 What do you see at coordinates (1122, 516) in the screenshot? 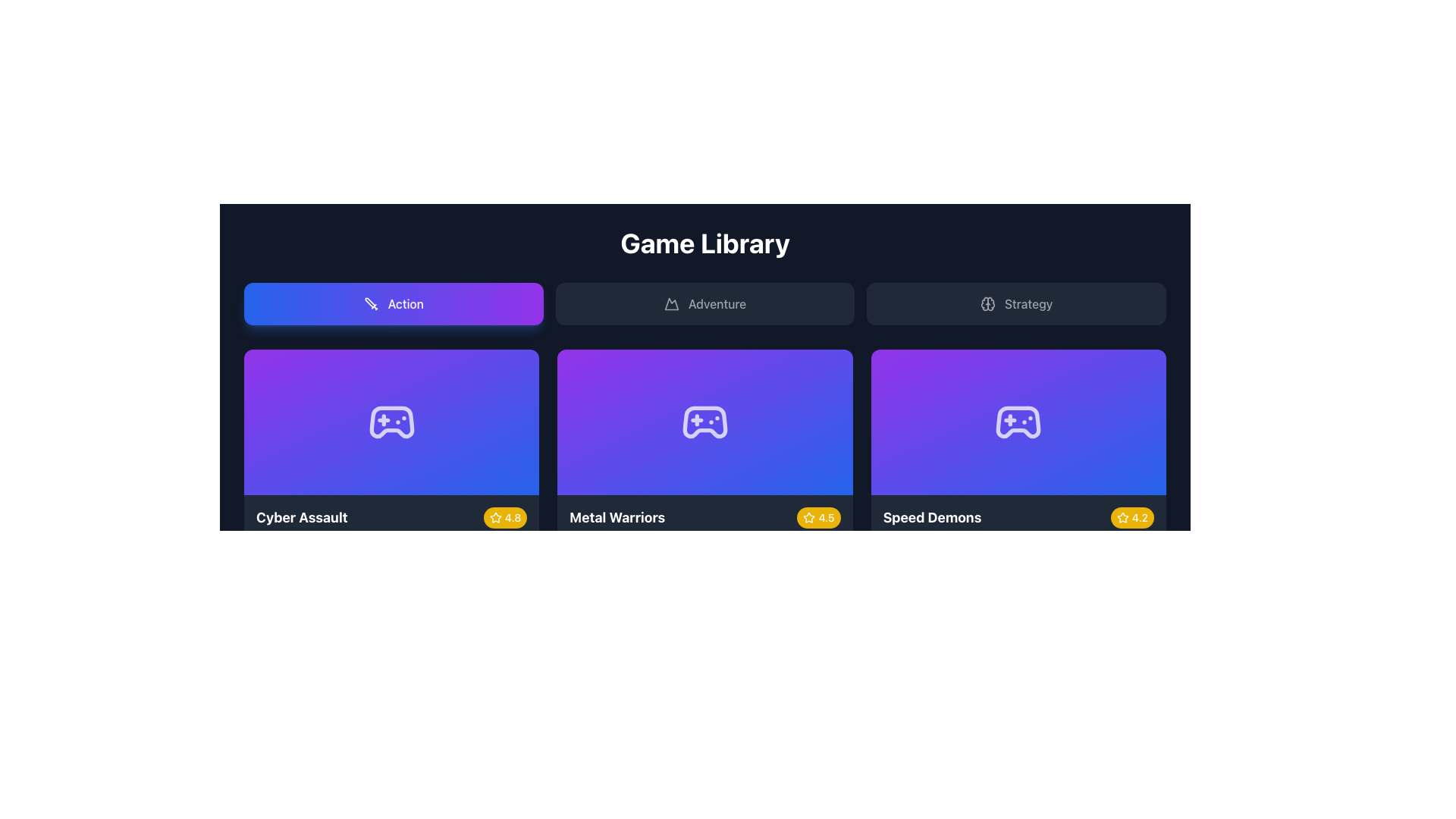
I see `the star icon within the circular badge displaying '4.2' located in the bottom right corner of the 'Speed Demons' game panel, which is the third panel in the bottom row` at bounding box center [1122, 516].